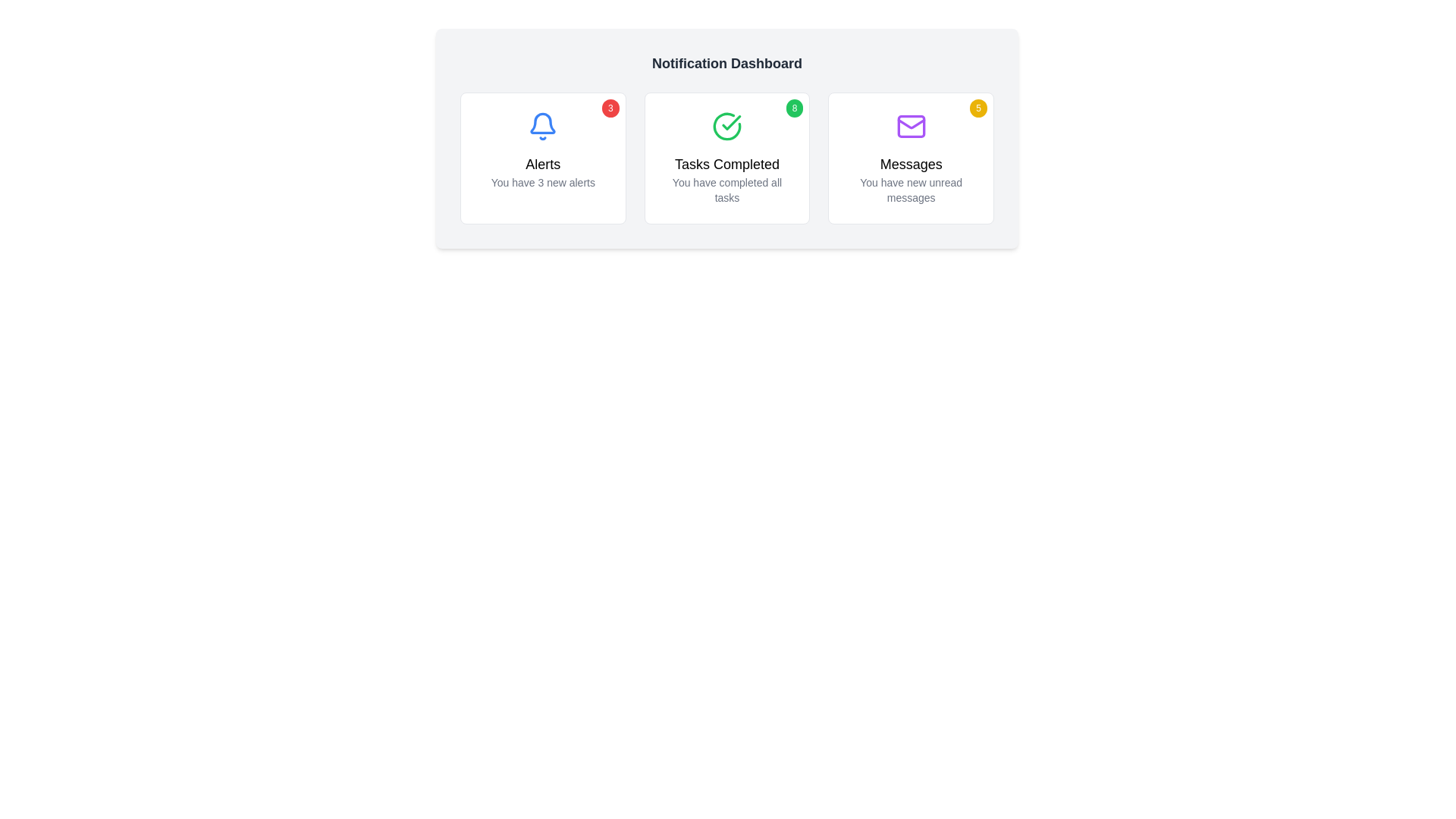 The width and height of the screenshot is (1456, 819). What do you see at coordinates (726, 63) in the screenshot?
I see `the 'Notification Dashboard' text header element by moving the cursor to its center point` at bounding box center [726, 63].